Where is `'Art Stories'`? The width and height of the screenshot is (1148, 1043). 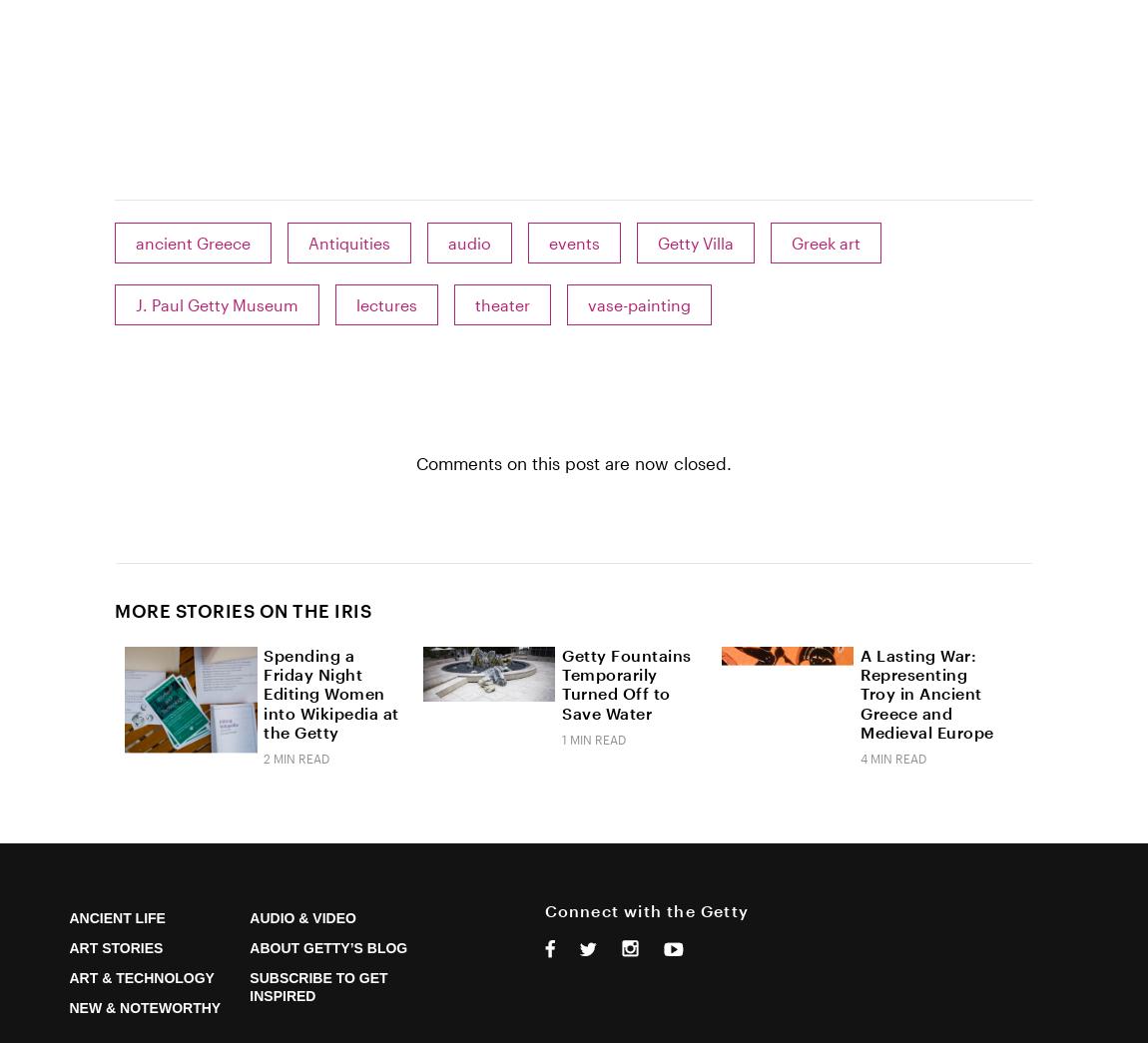
'Art Stories' is located at coordinates (115, 945).